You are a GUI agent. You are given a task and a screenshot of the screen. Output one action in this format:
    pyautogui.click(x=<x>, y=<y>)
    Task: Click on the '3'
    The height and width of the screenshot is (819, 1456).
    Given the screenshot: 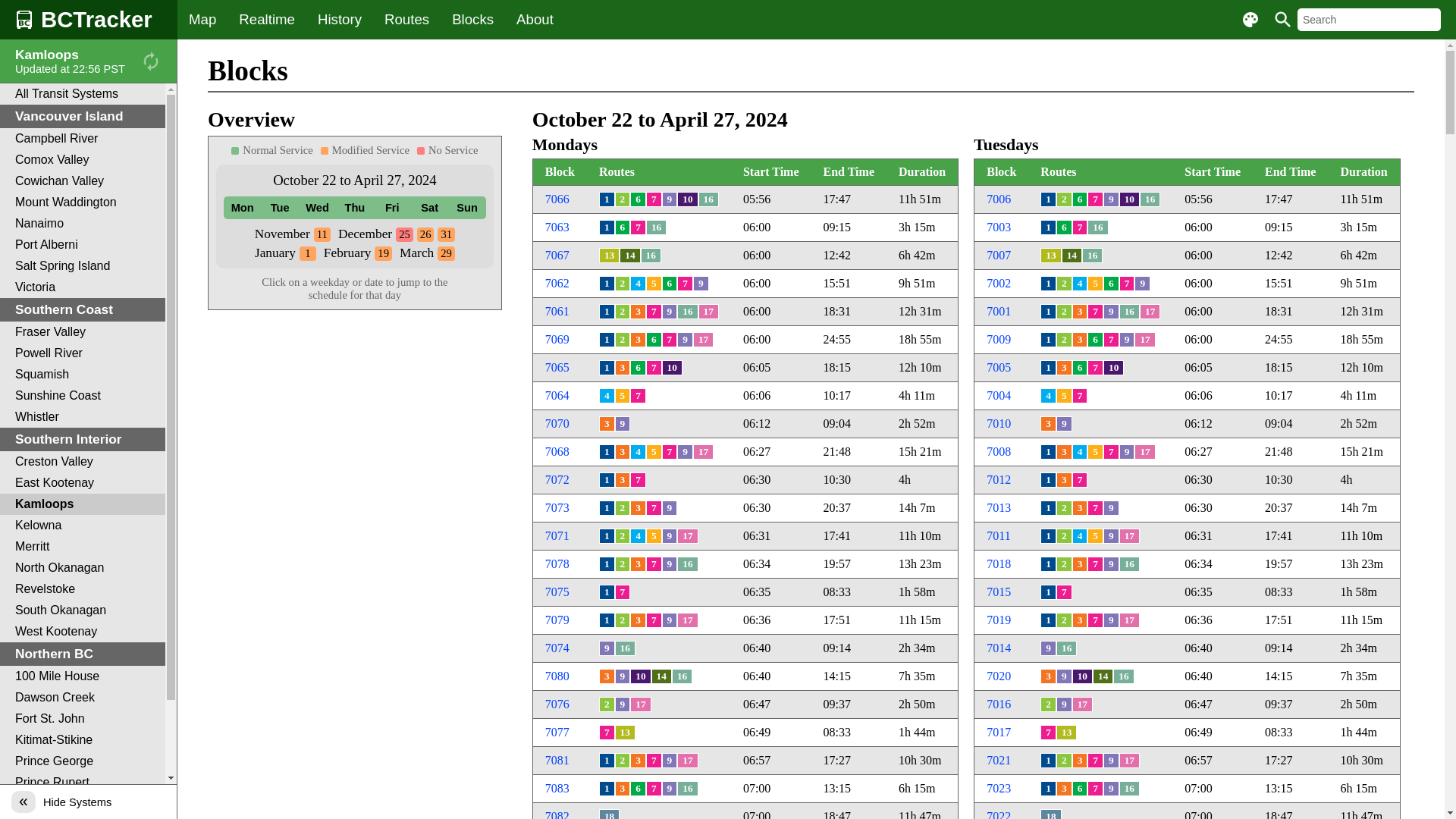 What is the action you would take?
    pyautogui.click(x=1079, y=311)
    